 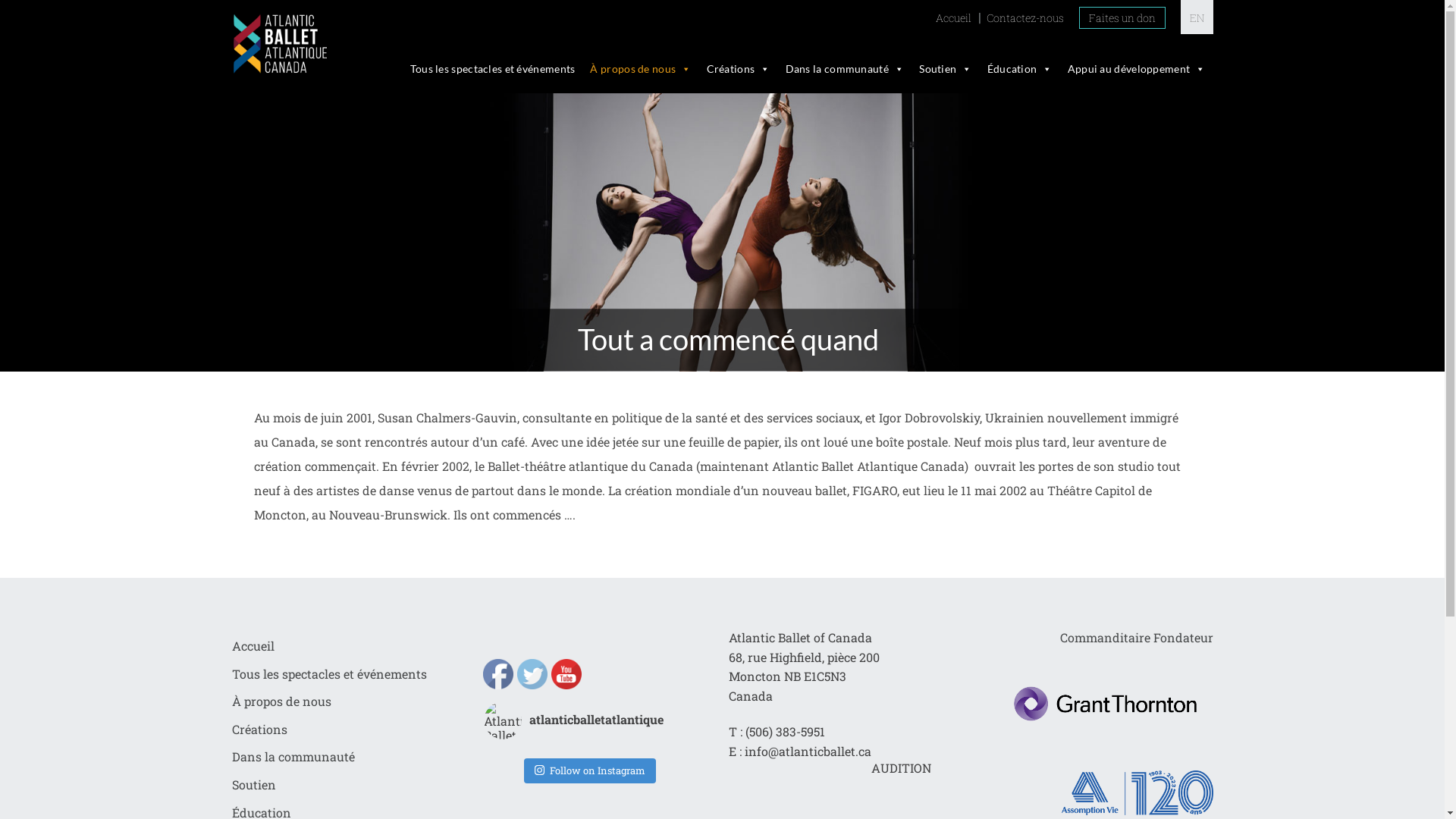 I want to click on 'atlanticballetatlantique', so click(x=587, y=719).